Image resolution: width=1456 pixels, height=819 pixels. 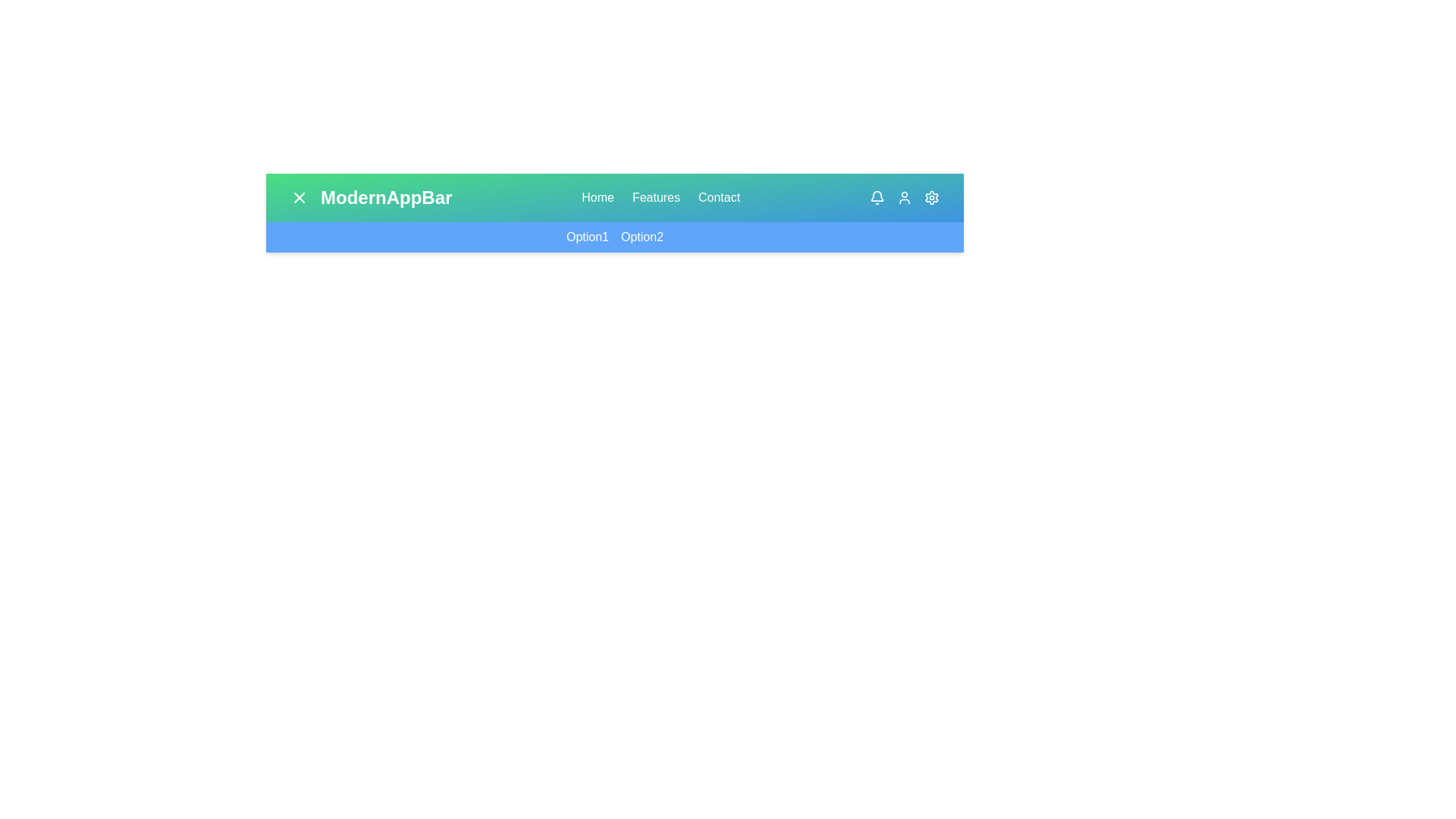 What do you see at coordinates (905, 197) in the screenshot?
I see `the User in the top-right corner` at bounding box center [905, 197].